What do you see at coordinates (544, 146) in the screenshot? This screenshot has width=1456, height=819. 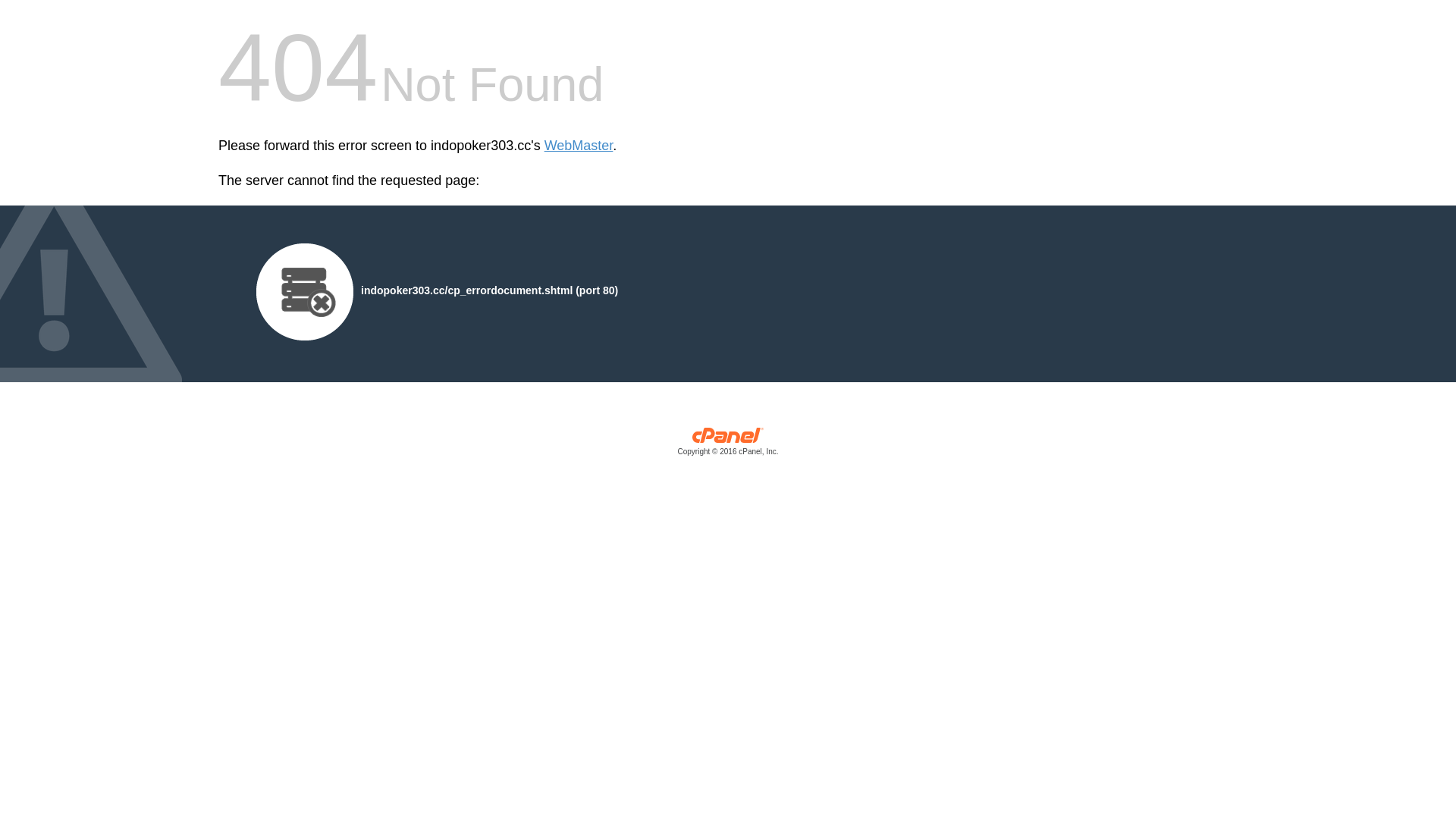 I see `'WebMaster'` at bounding box center [544, 146].